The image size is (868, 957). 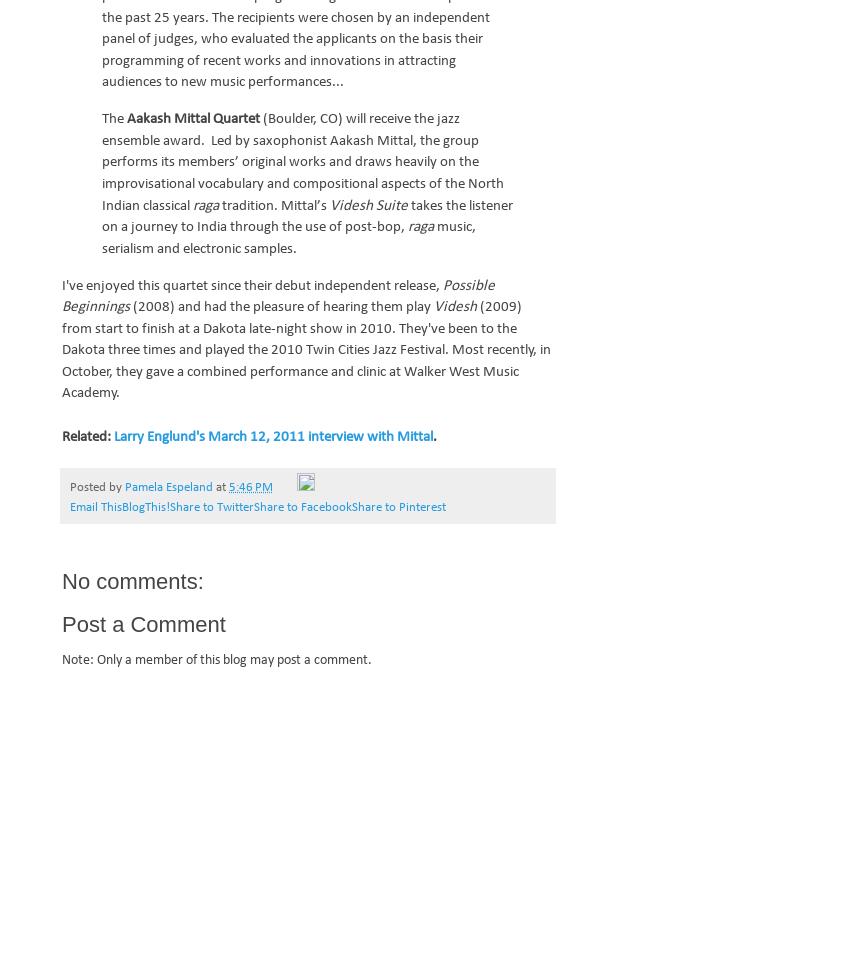 I want to click on 'Posted by', so click(x=97, y=487).